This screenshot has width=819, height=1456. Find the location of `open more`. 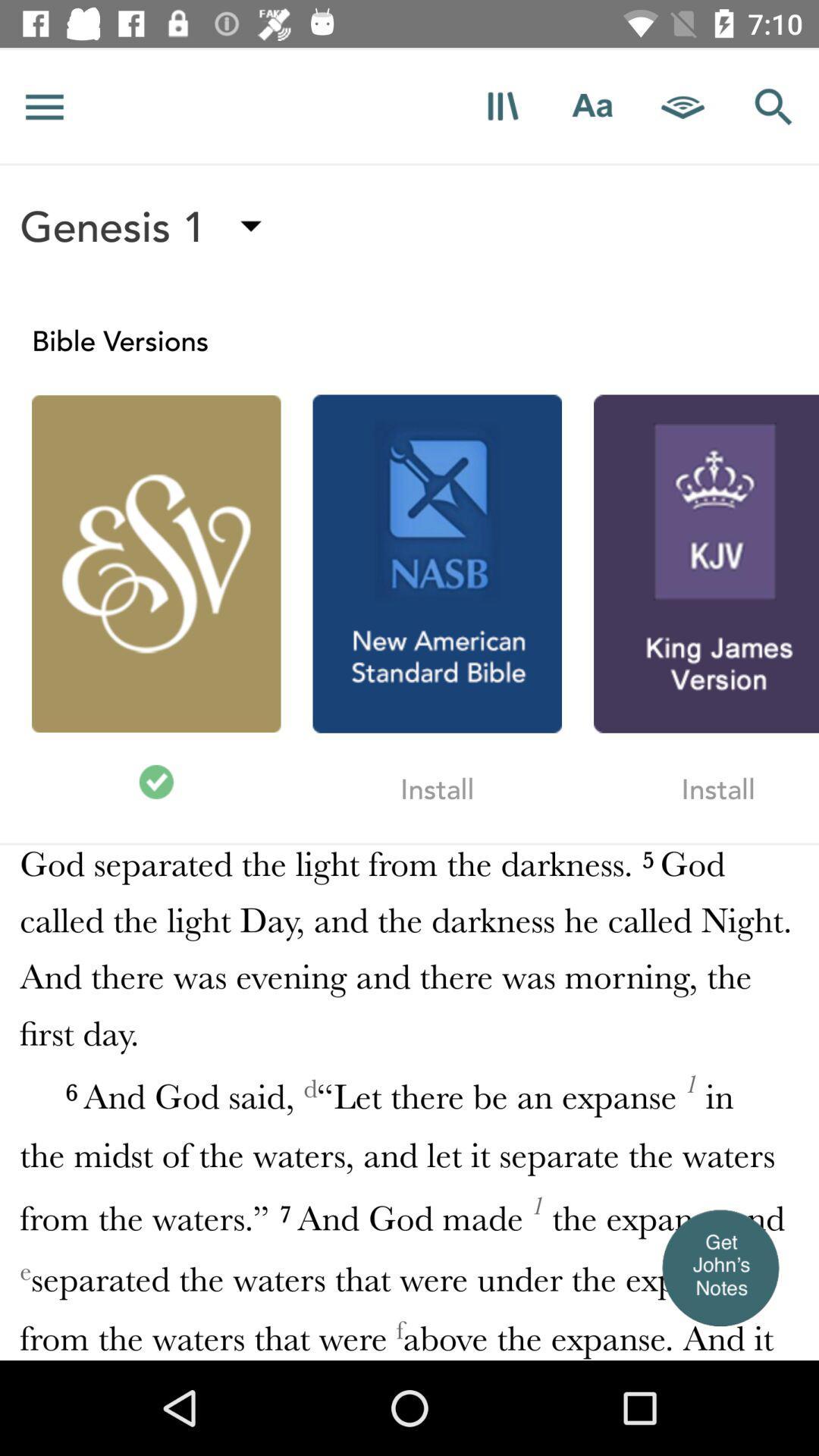

open more is located at coordinates (502, 105).